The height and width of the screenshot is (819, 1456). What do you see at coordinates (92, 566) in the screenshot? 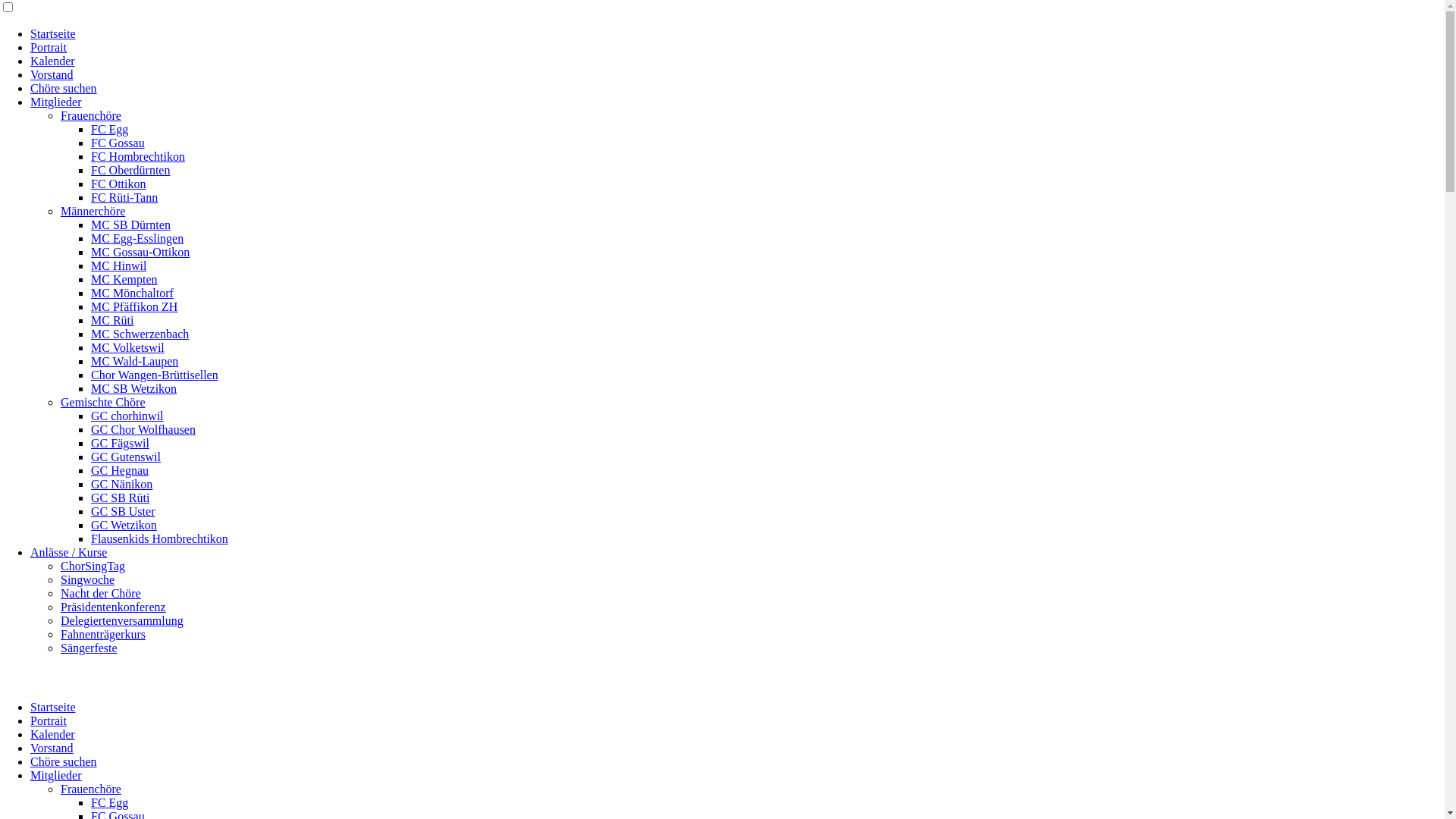
I see `'ChorSingTag'` at bounding box center [92, 566].